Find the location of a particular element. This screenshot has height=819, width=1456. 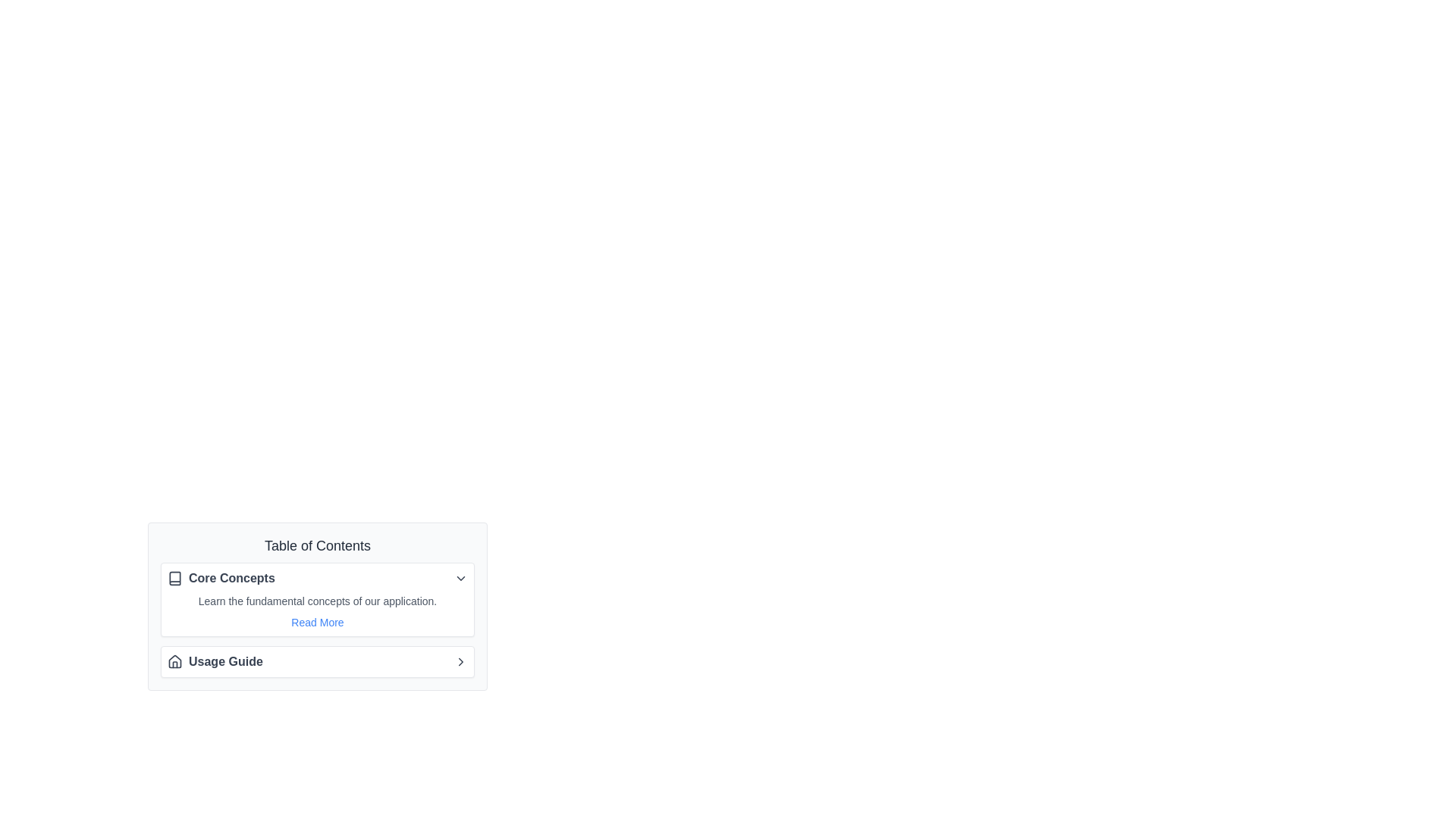

the 'Read More' hyperlink located in the center-right area of the 'Core Concepts' box is located at coordinates (316, 610).